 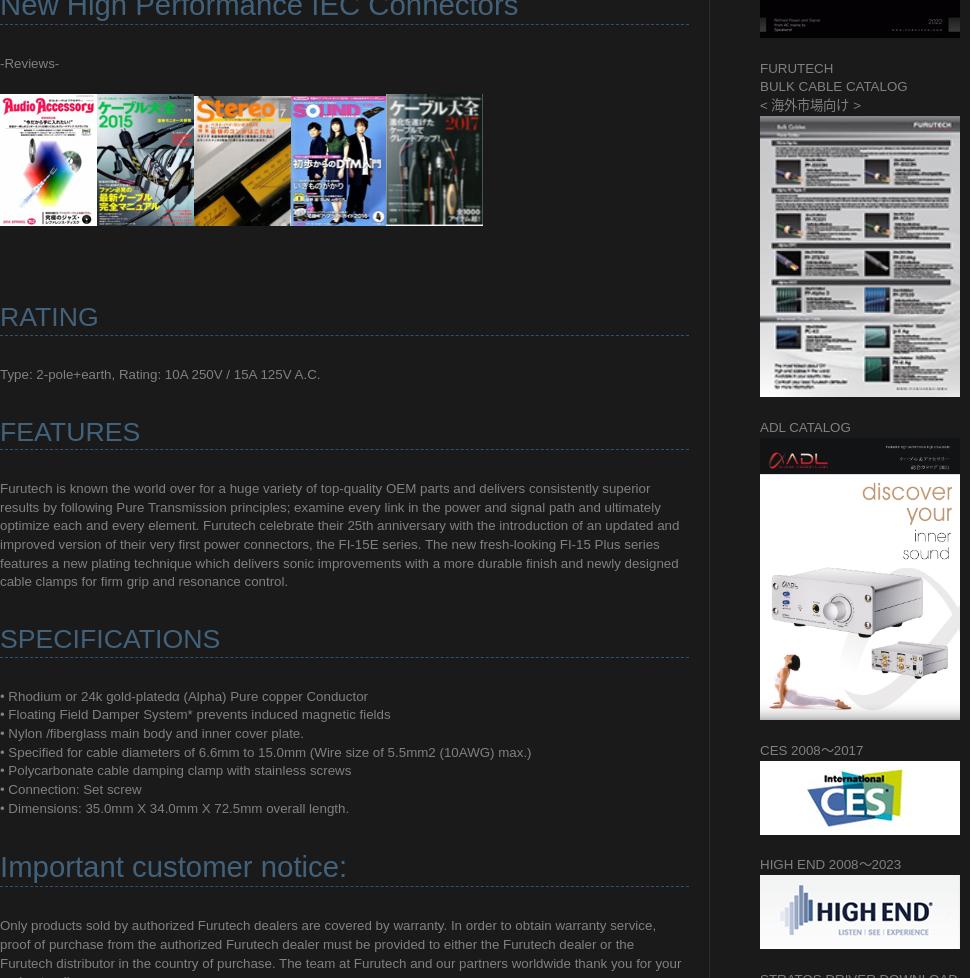 What do you see at coordinates (109, 639) in the screenshot?
I see `'SPECIFICATIONS'` at bounding box center [109, 639].